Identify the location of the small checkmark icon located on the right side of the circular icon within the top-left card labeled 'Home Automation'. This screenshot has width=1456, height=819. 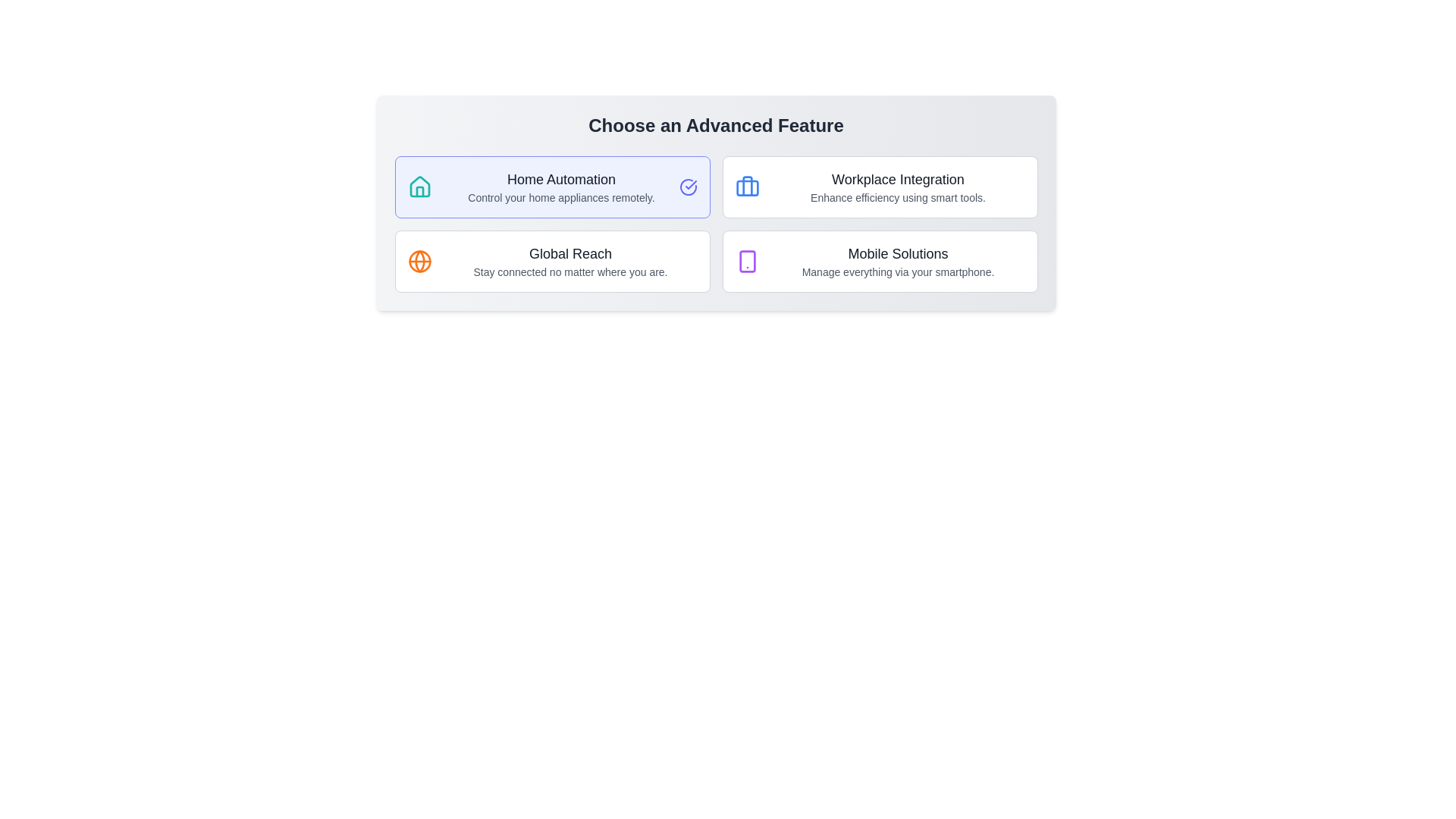
(690, 184).